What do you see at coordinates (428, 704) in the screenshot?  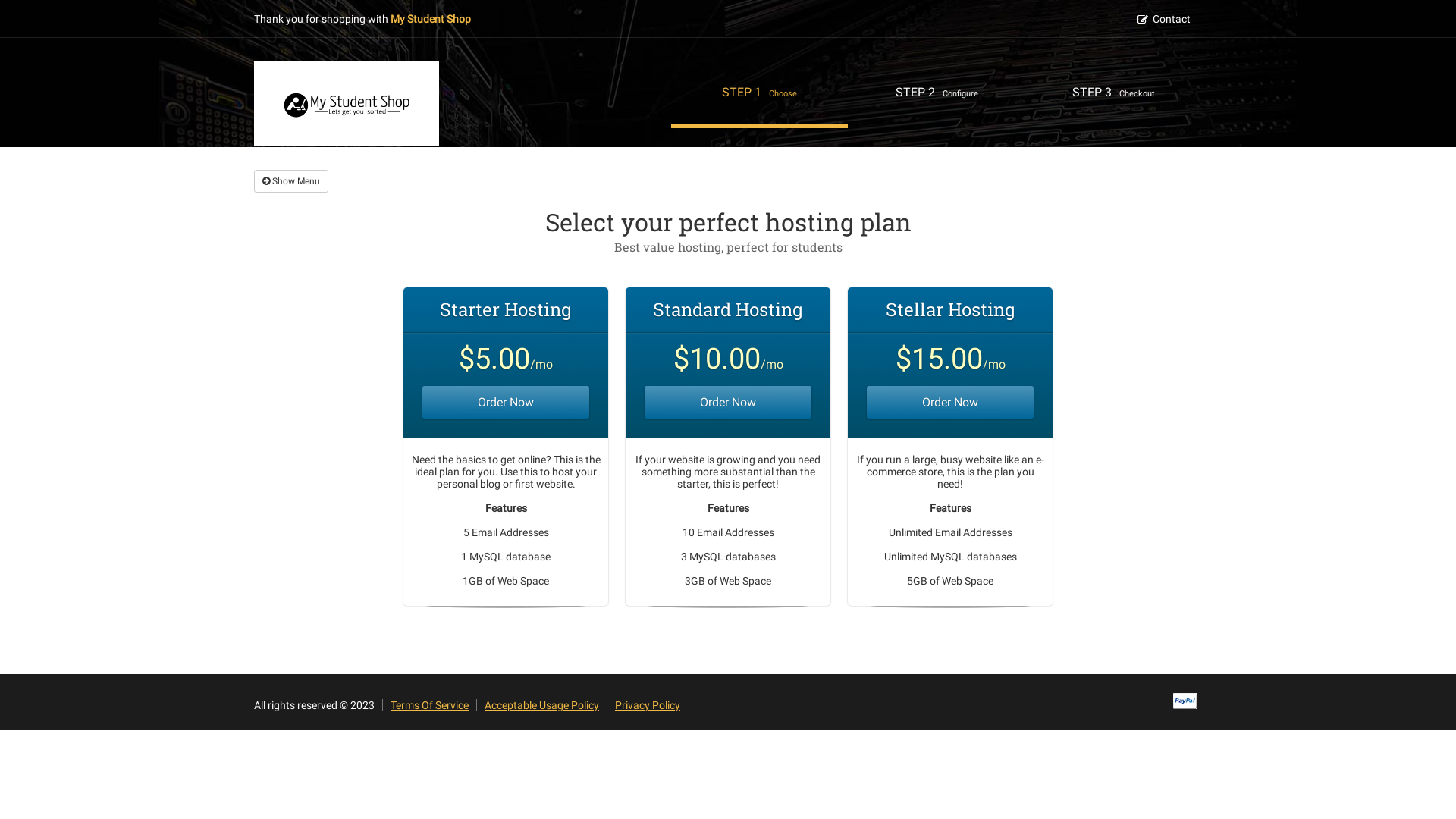 I see `'Terms Of Service'` at bounding box center [428, 704].